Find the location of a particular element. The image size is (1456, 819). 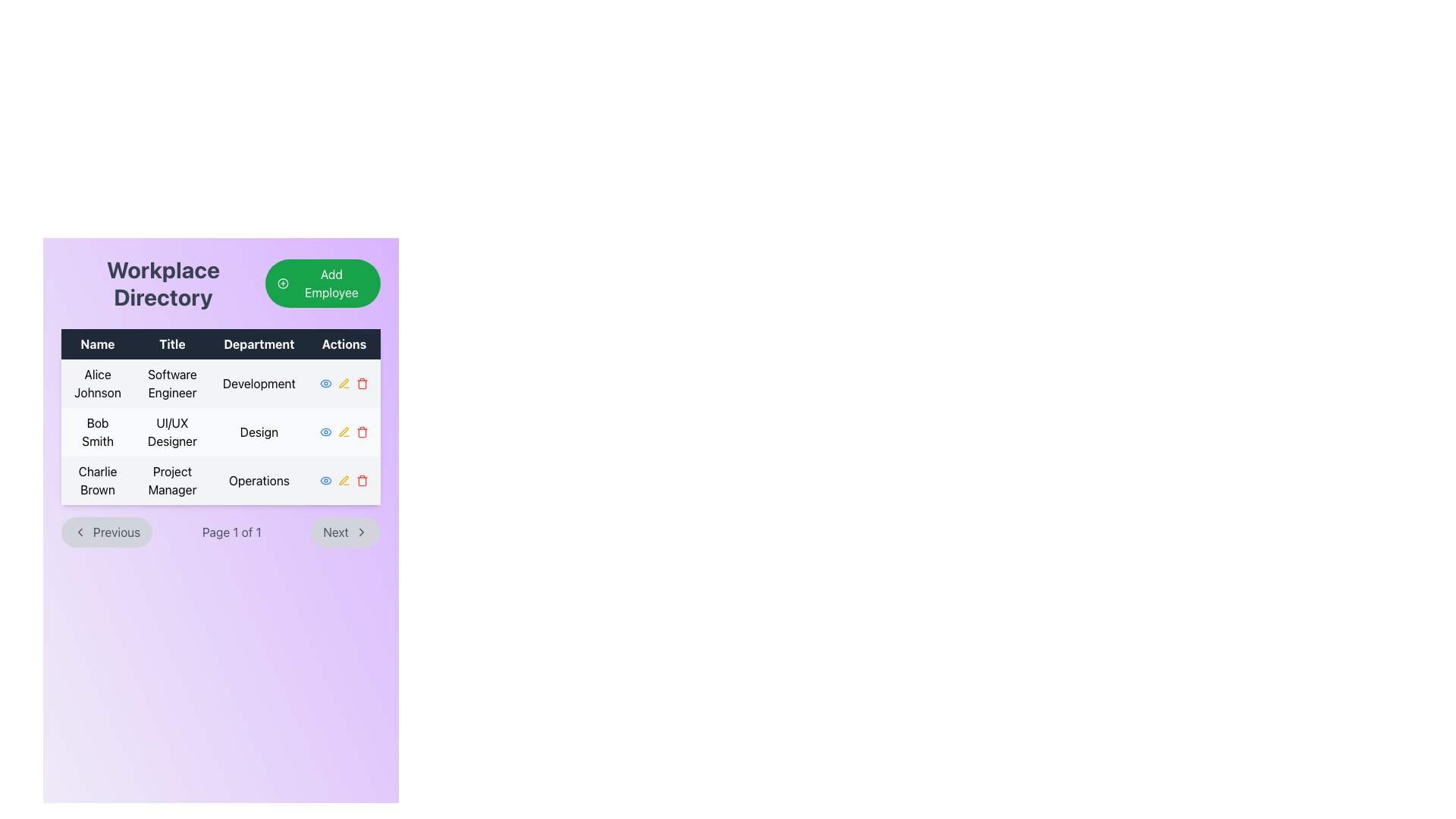

the trash bin icon in the 'Actions' column for 'Bob Smith' is located at coordinates (361, 433).